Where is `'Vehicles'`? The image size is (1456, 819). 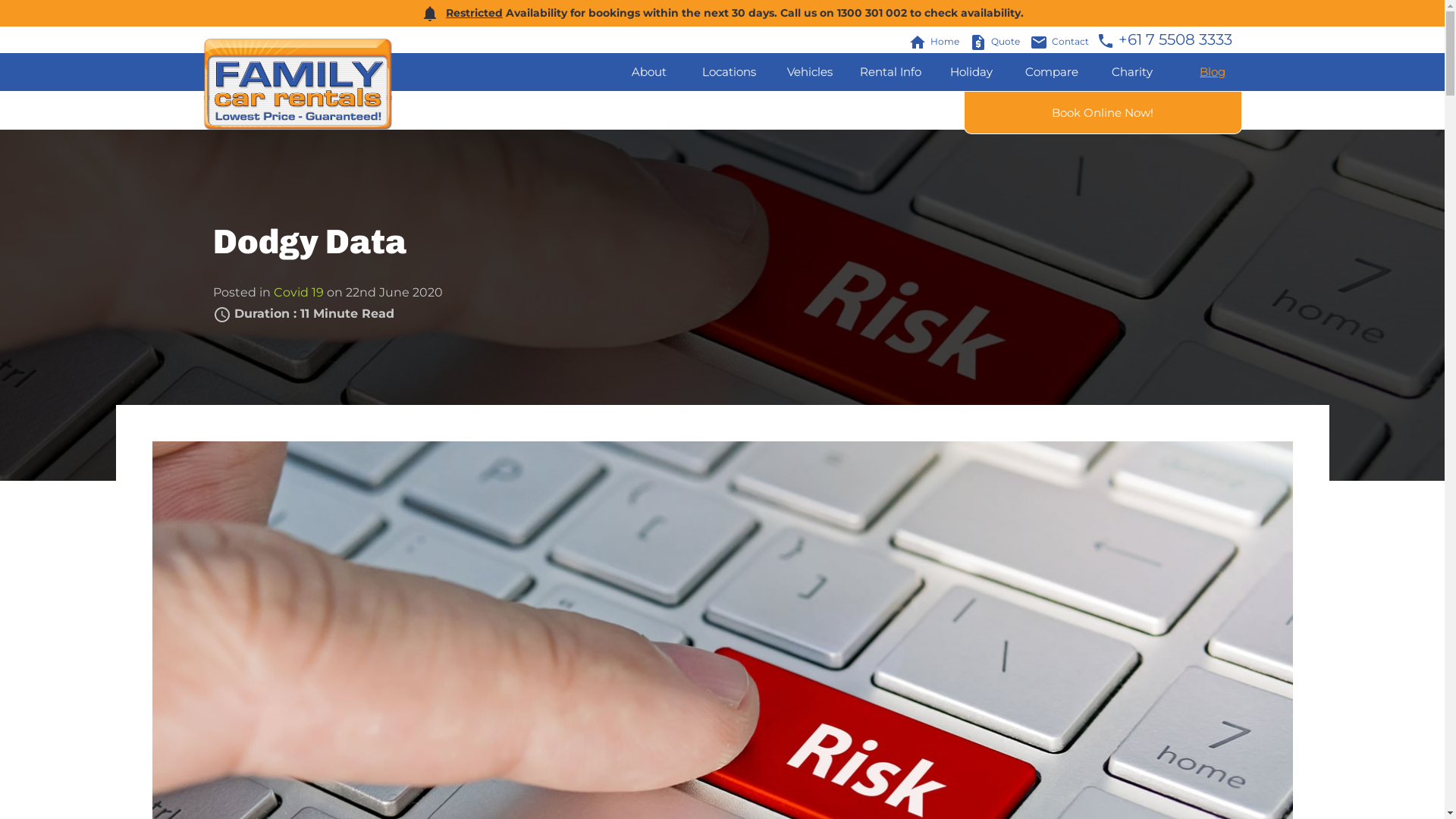
'Vehicles' is located at coordinates (809, 72).